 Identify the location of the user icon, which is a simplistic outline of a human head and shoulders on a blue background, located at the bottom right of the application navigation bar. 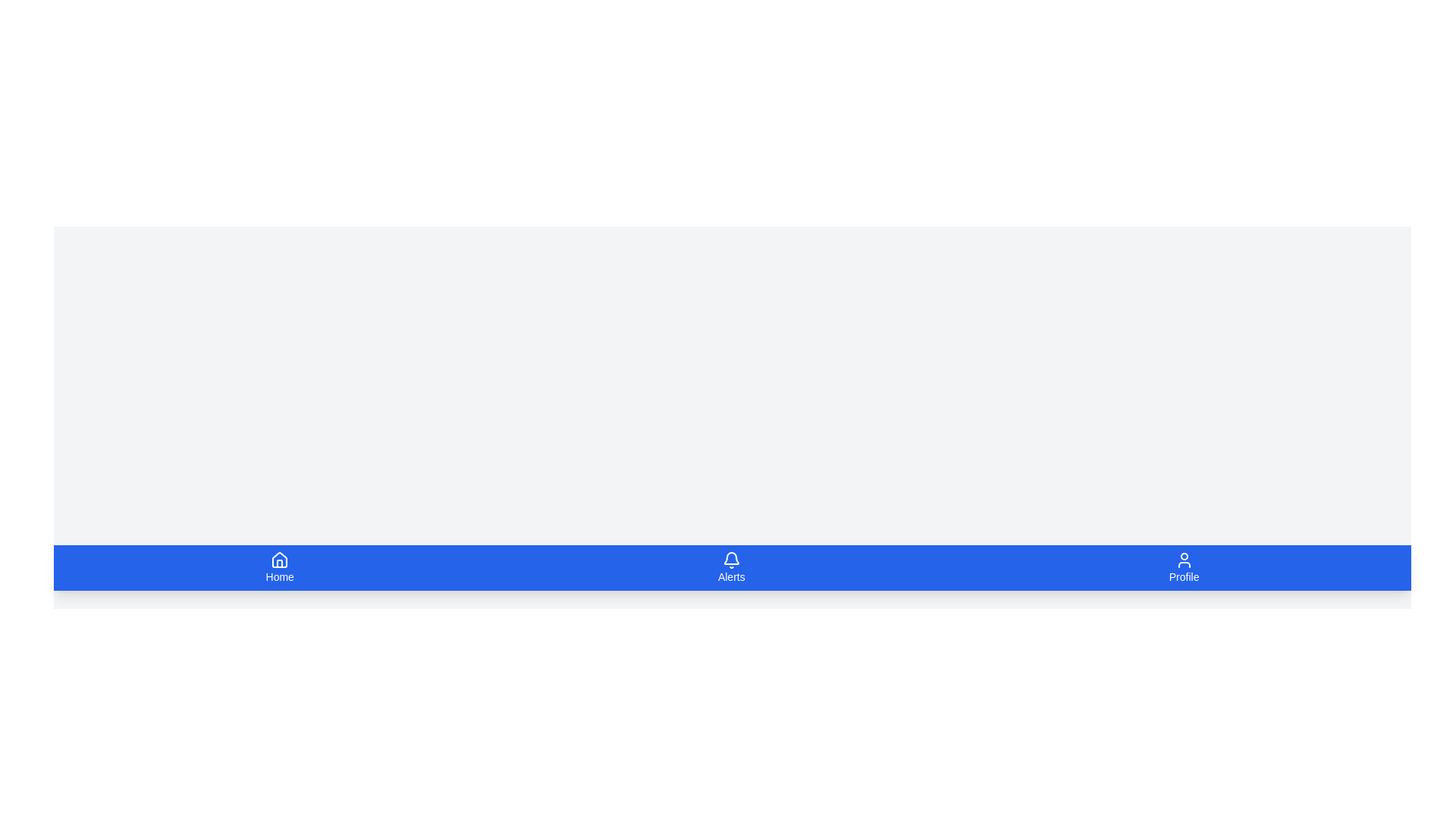
(1183, 560).